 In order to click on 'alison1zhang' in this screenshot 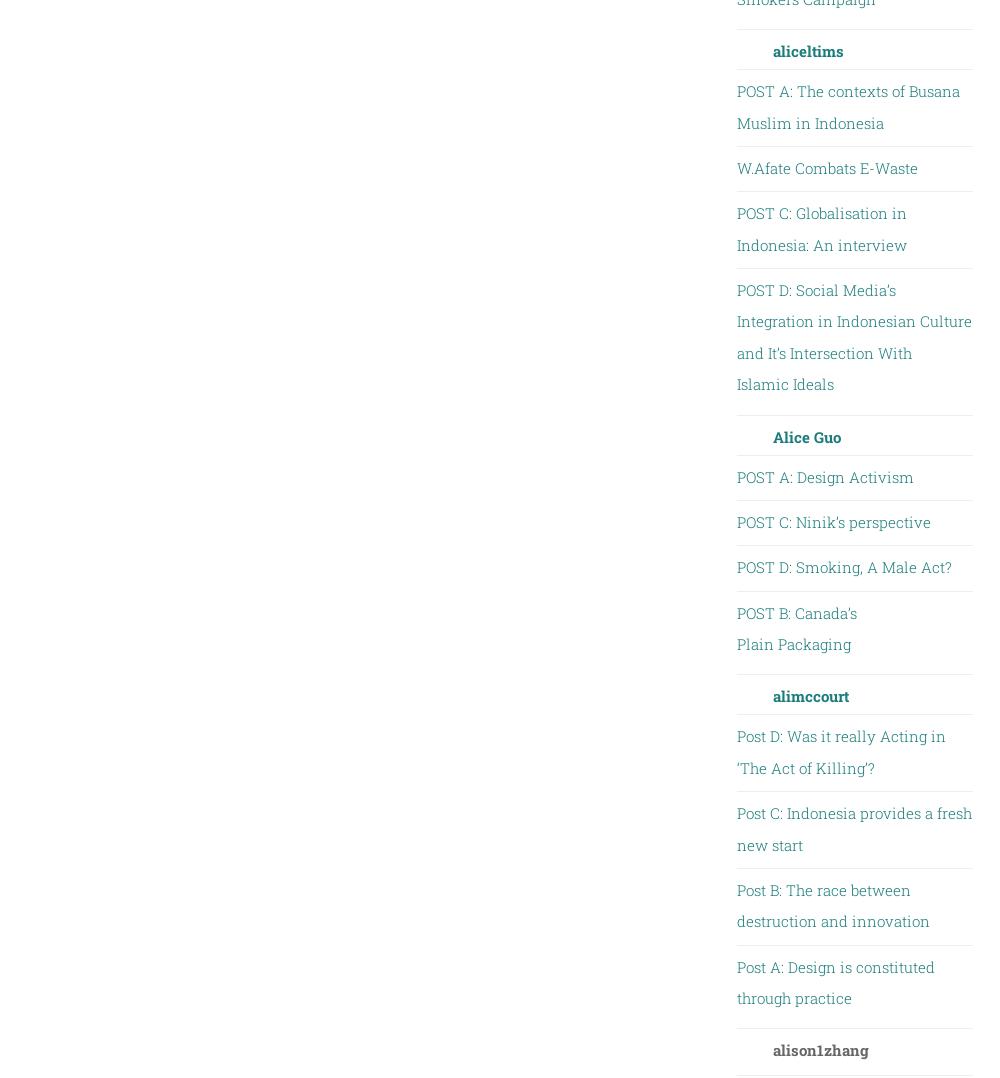, I will do `click(819, 1049)`.